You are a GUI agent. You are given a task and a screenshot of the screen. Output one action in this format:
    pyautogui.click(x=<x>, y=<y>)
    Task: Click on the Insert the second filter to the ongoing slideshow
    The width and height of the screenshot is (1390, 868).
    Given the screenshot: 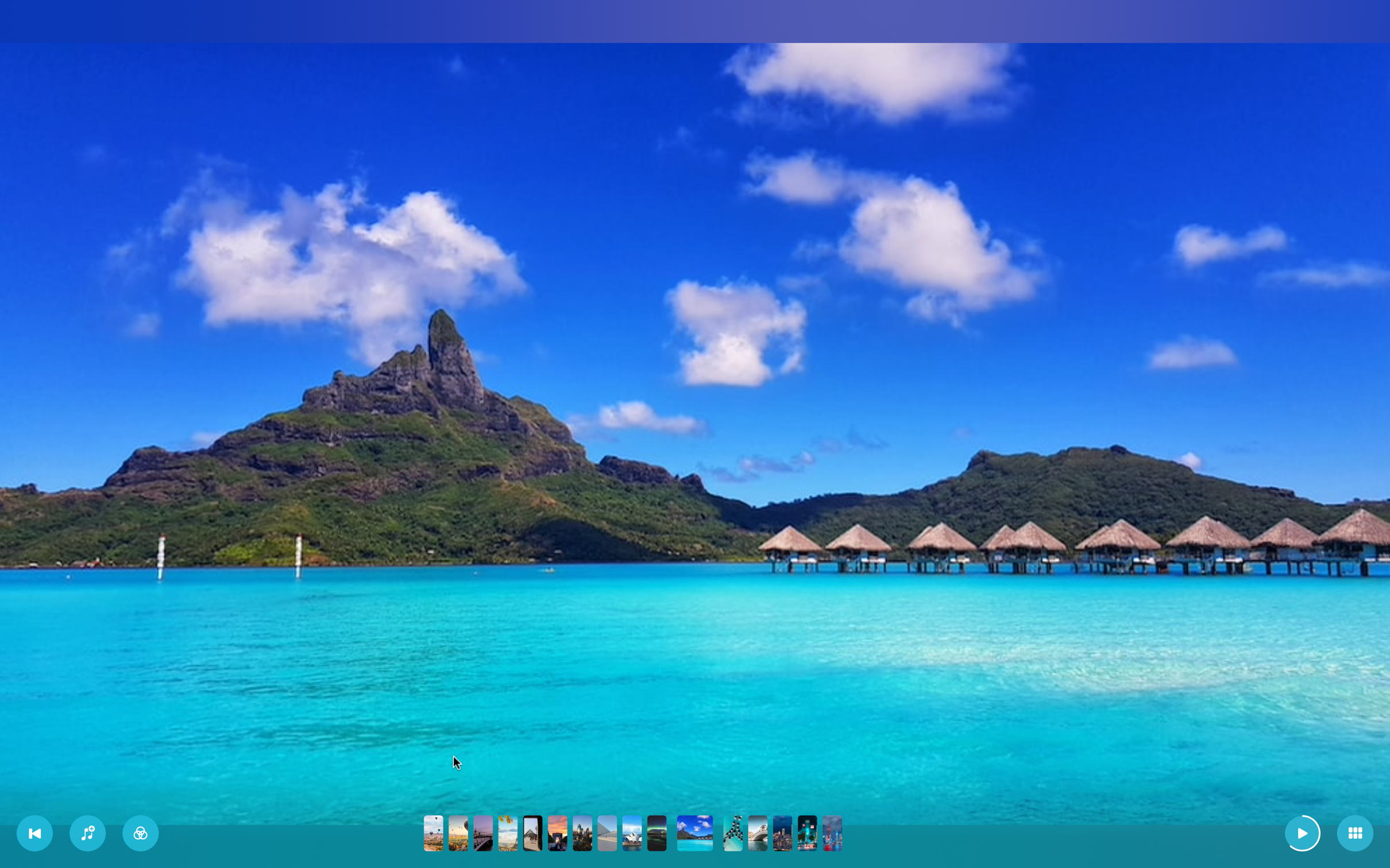 What is the action you would take?
    pyautogui.click(x=141, y=832)
    